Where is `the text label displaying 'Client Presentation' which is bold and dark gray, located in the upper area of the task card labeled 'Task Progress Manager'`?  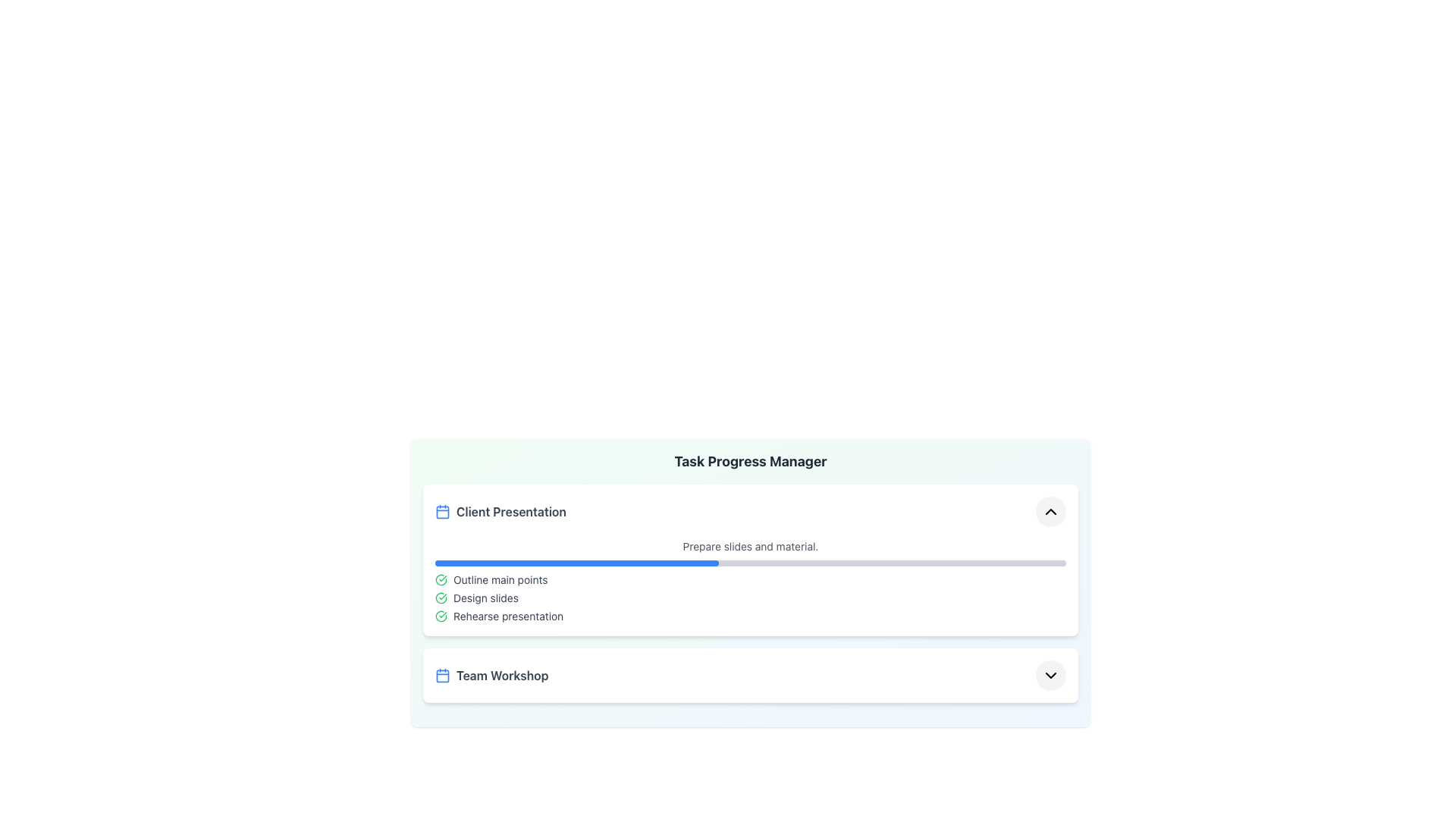 the text label displaying 'Client Presentation' which is bold and dark gray, located in the upper area of the task card labeled 'Task Progress Manager' is located at coordinates (511, 512).